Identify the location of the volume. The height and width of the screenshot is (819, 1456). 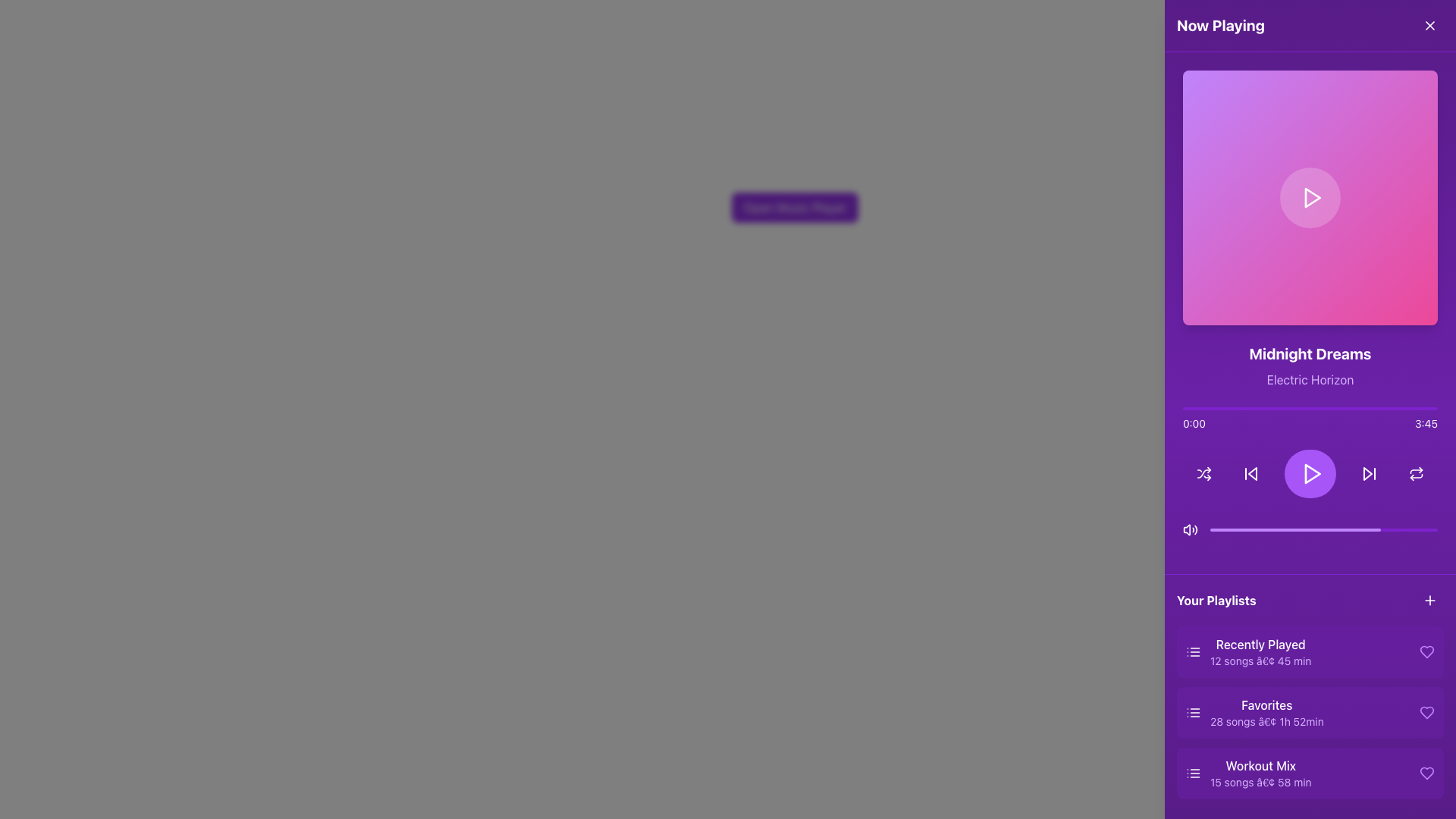
(1265, 529).